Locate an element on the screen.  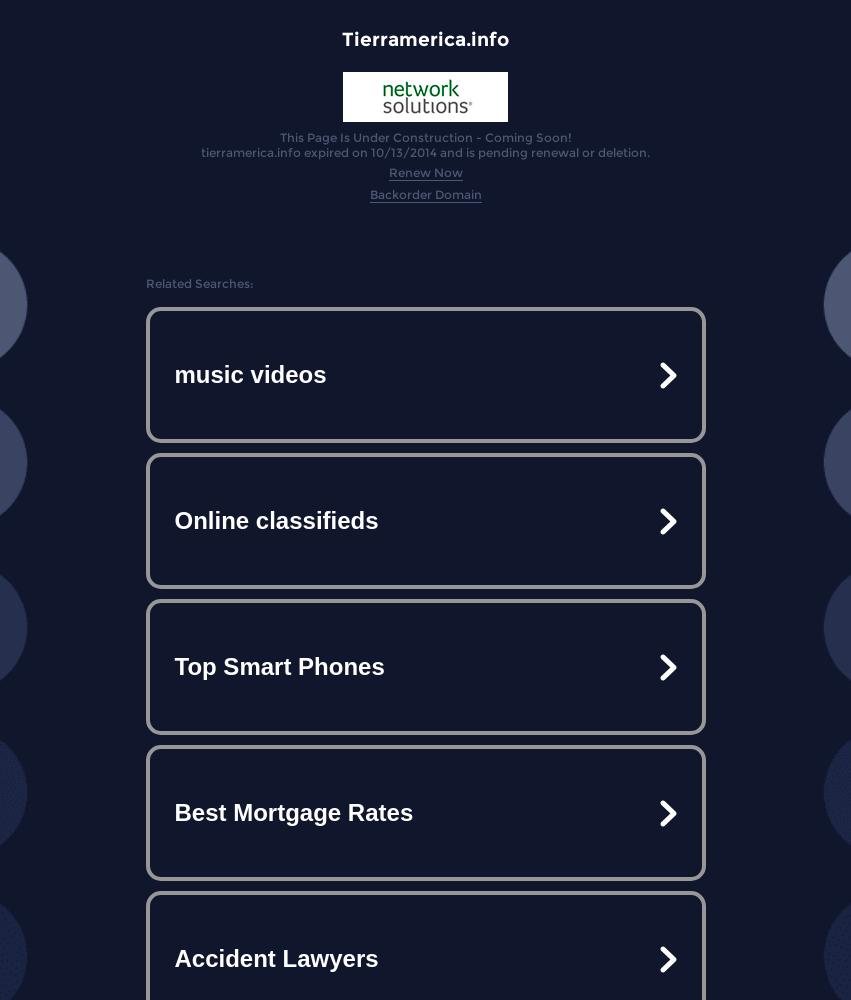
'This Page Is Under Construction - Coming Soon!' is located at coordinates (423, 137).